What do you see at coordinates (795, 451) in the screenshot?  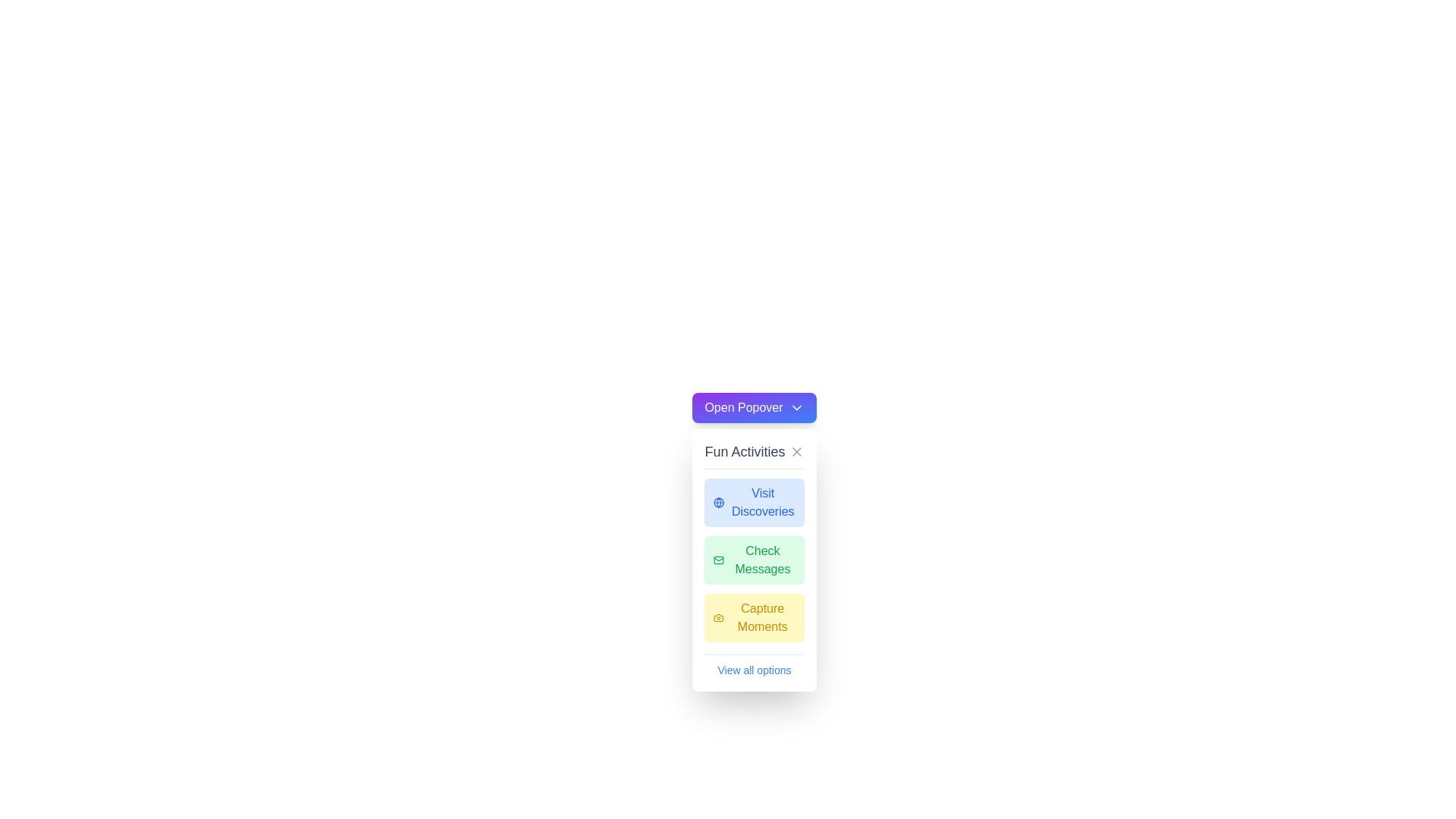 I see `the close button SVG icon that dismisses the 'Fun Activities' section, located slightly to the right of the main content area` at bounding box center [795, 451].